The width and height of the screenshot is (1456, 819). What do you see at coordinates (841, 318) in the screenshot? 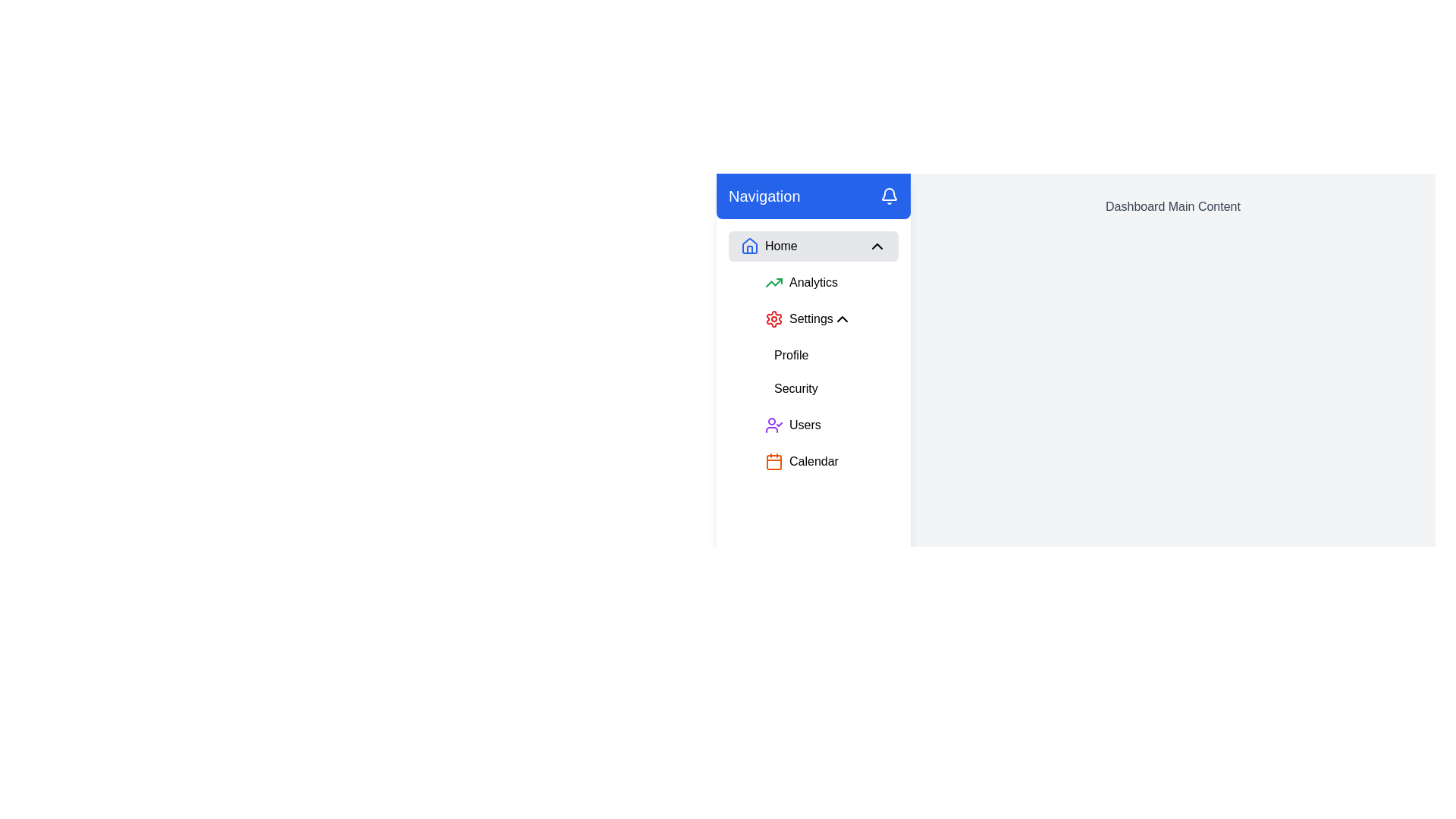
I see `the upward-pointing chevron icon located to the right of the 'Settings' text in the sidebar menu` at bounding box center [841, 318].